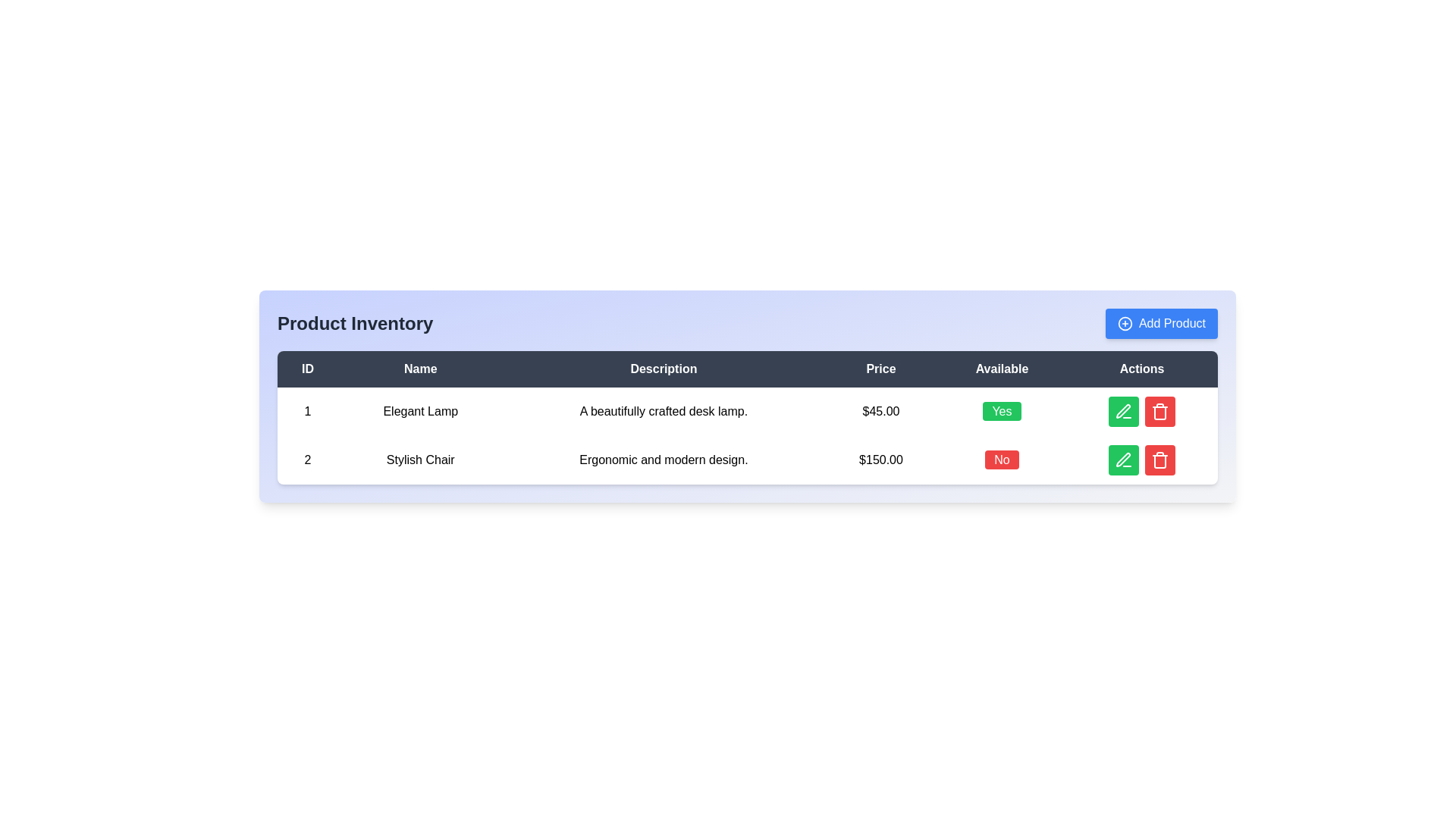 Image resolution: width=1456 pixels, height=819 pixels. I want to click on the 'Add Product' button, which contains an icon representing the add action located to the left of the 'Add Product' text, so click(1125, 323).